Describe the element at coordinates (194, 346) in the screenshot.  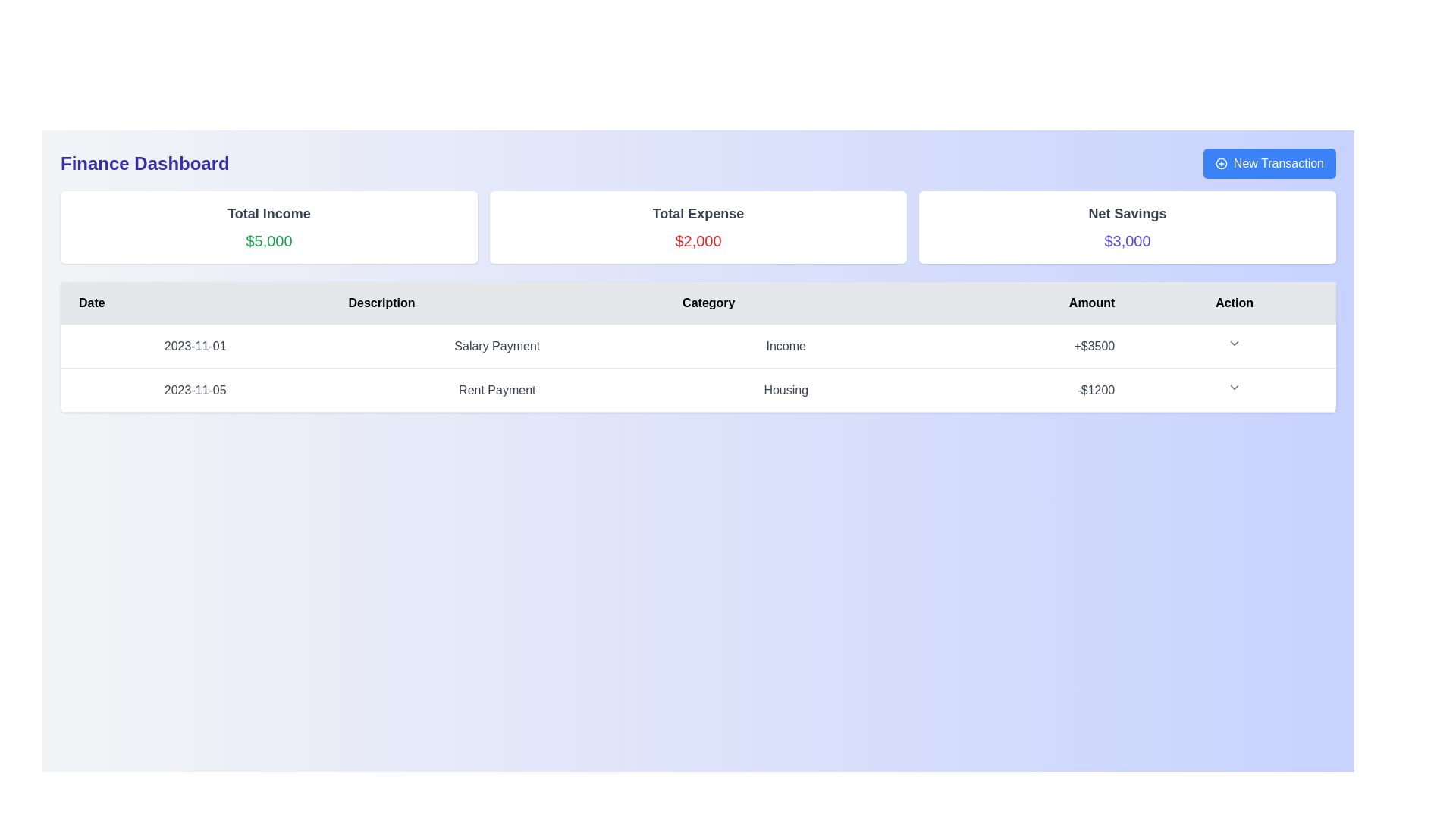
I see `the table cell that indicates the date associated with a financial transaction, located in the first row and first column under the 'Date' header` at that location.